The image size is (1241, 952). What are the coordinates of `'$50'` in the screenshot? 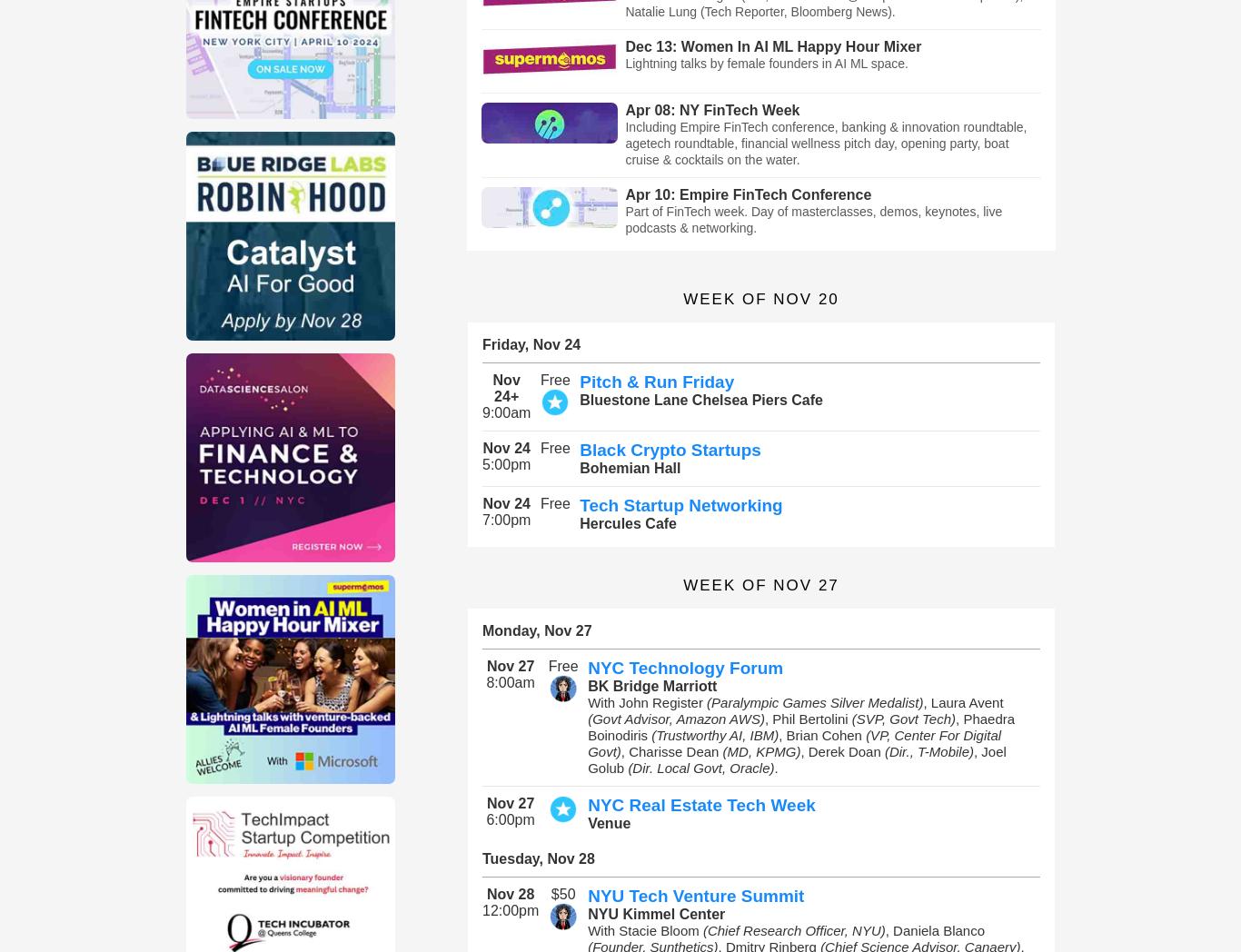 It's located at (561, 893).